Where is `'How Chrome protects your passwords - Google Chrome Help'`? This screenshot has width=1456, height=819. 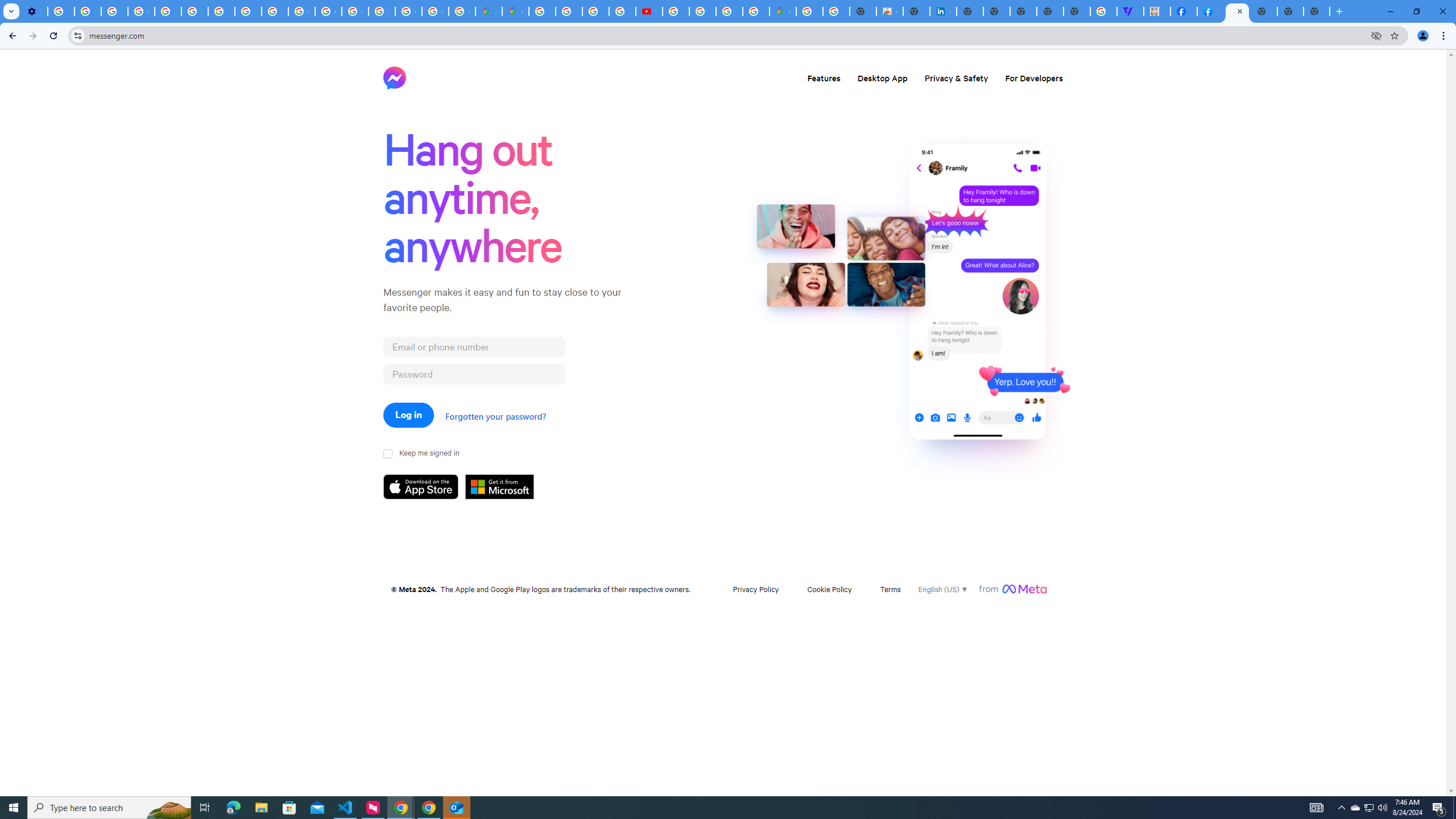 'How Chrome protects your passwords - Google Chrome Help' is located at coordinates (676, 11).